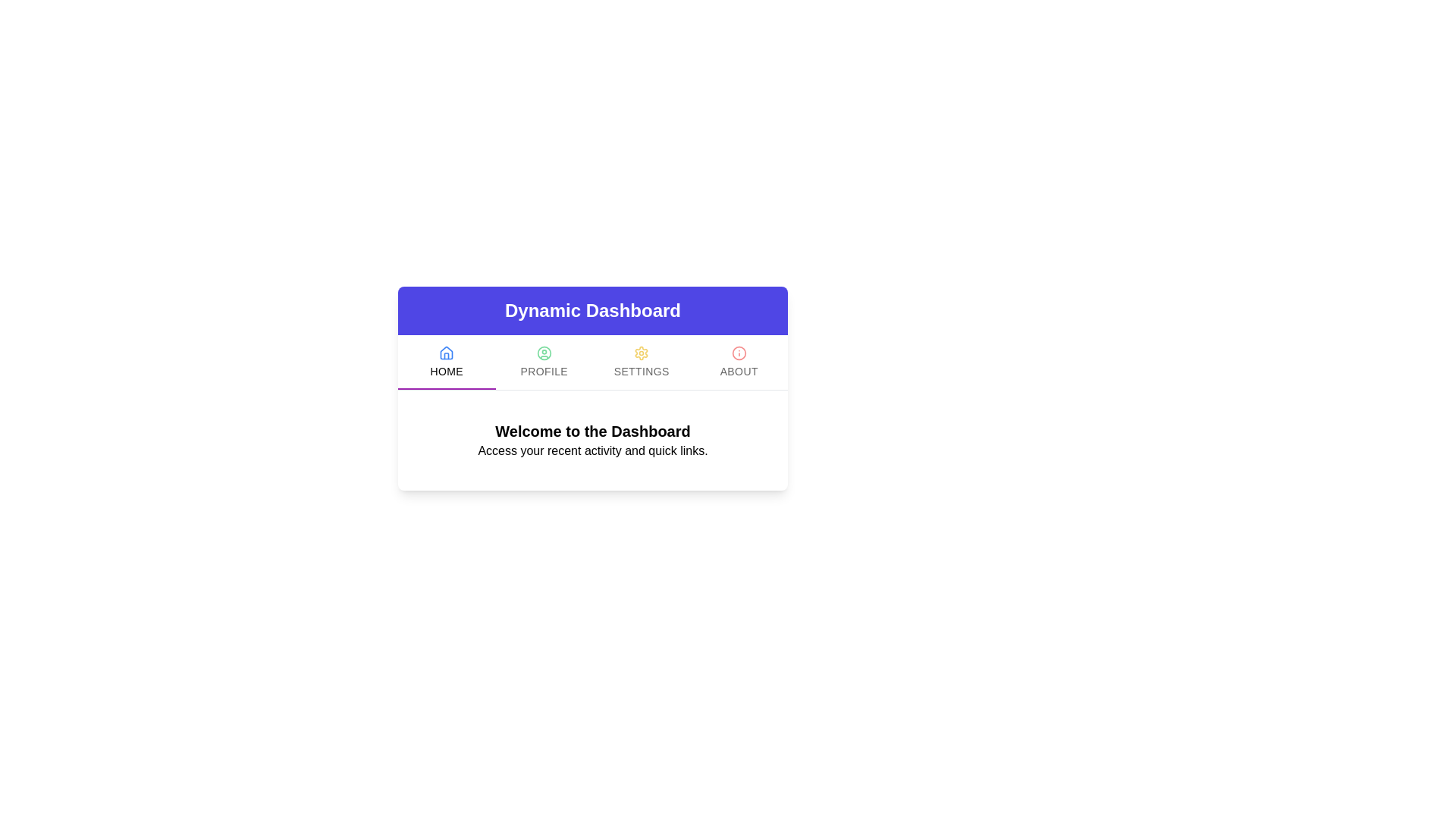 The image size is (1456, 819). What do you see at coordinates (446, 388) in the screenshot?
I see `the visual indicator (tab active marker) located directly below the 'Home' tab in the navigation bar` at bounding box center [446, 388].